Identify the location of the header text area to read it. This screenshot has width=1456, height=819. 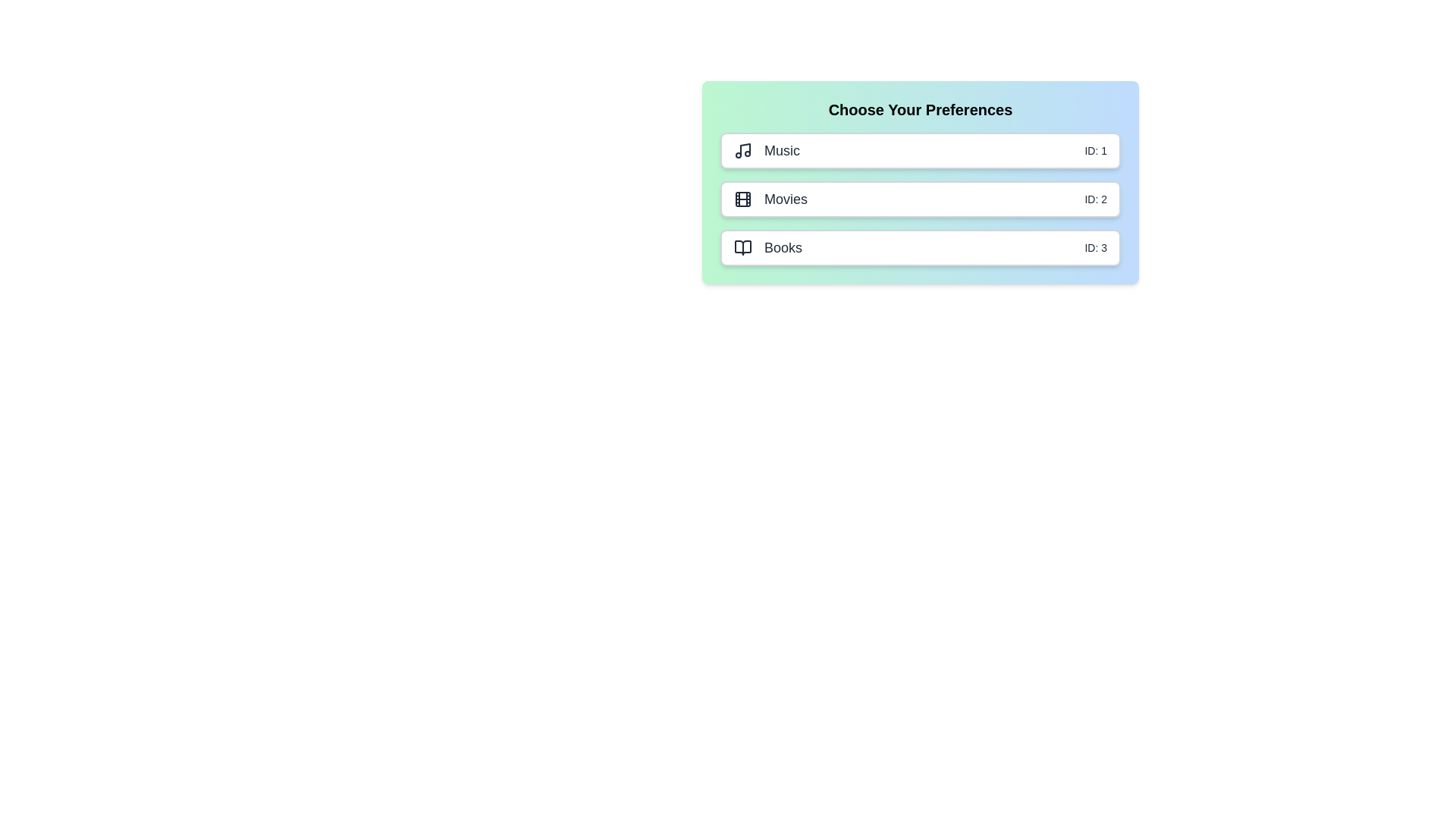
(920, 109).